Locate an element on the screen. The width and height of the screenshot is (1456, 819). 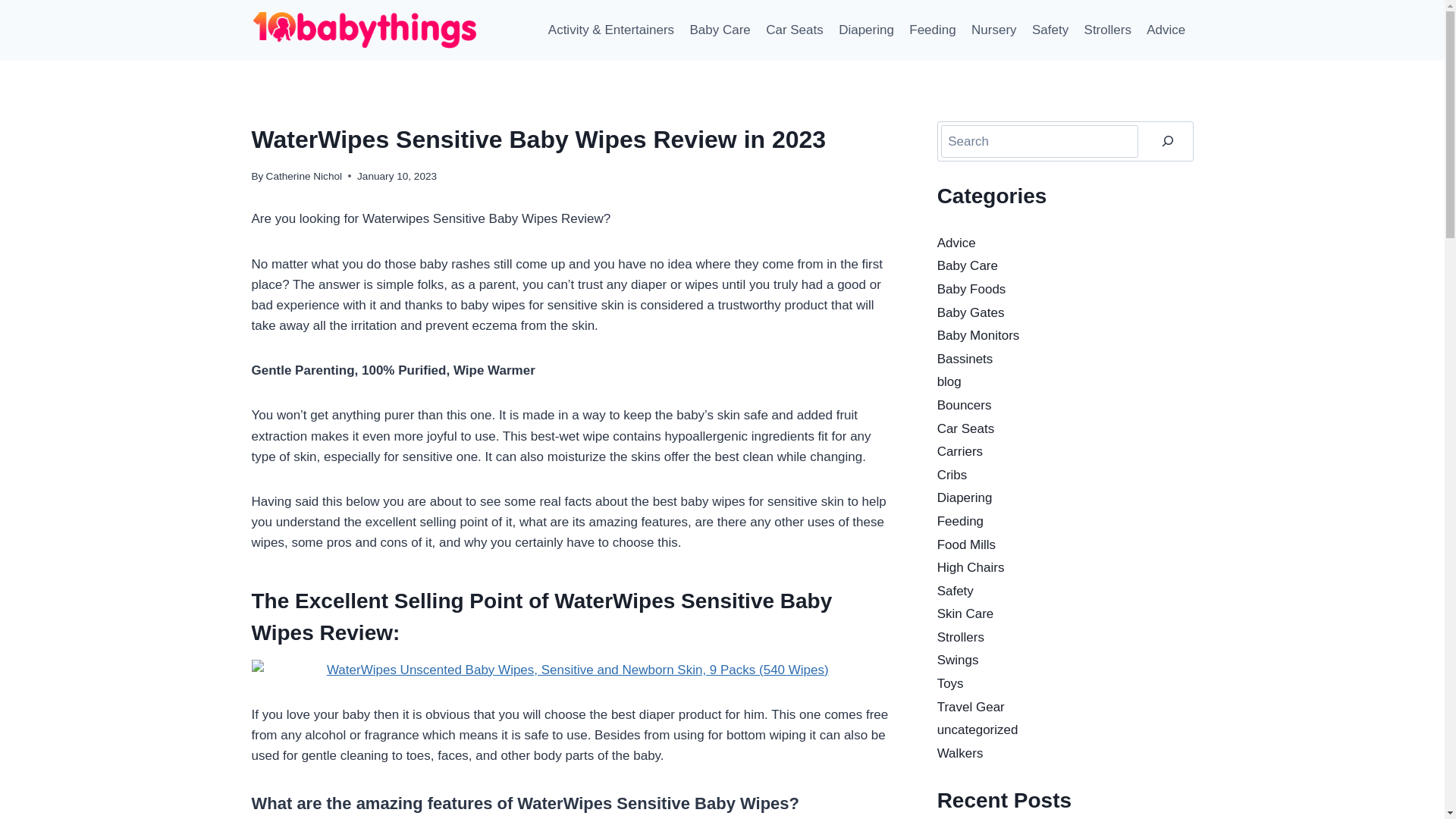
'Baby Monitors' is located at coordinates (937, 334).